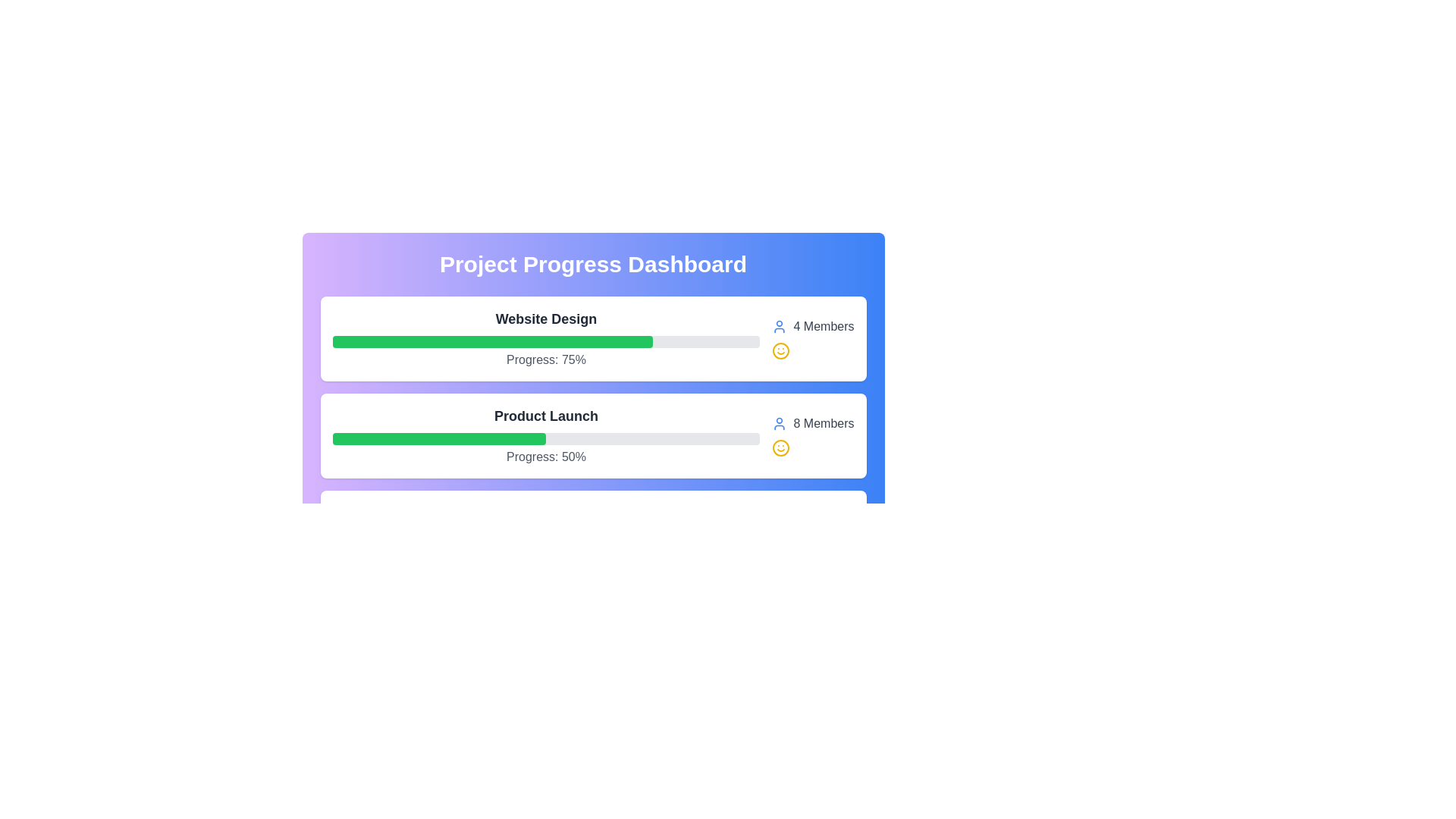 The height and width of the screenshot is (819, 1456). I want to click on the individual project cards on the Project Progress Dashboard, which is visually identified by its purple-to-blue gradient background and centered title 'Project Progress Dashboard', so click(592, 413).